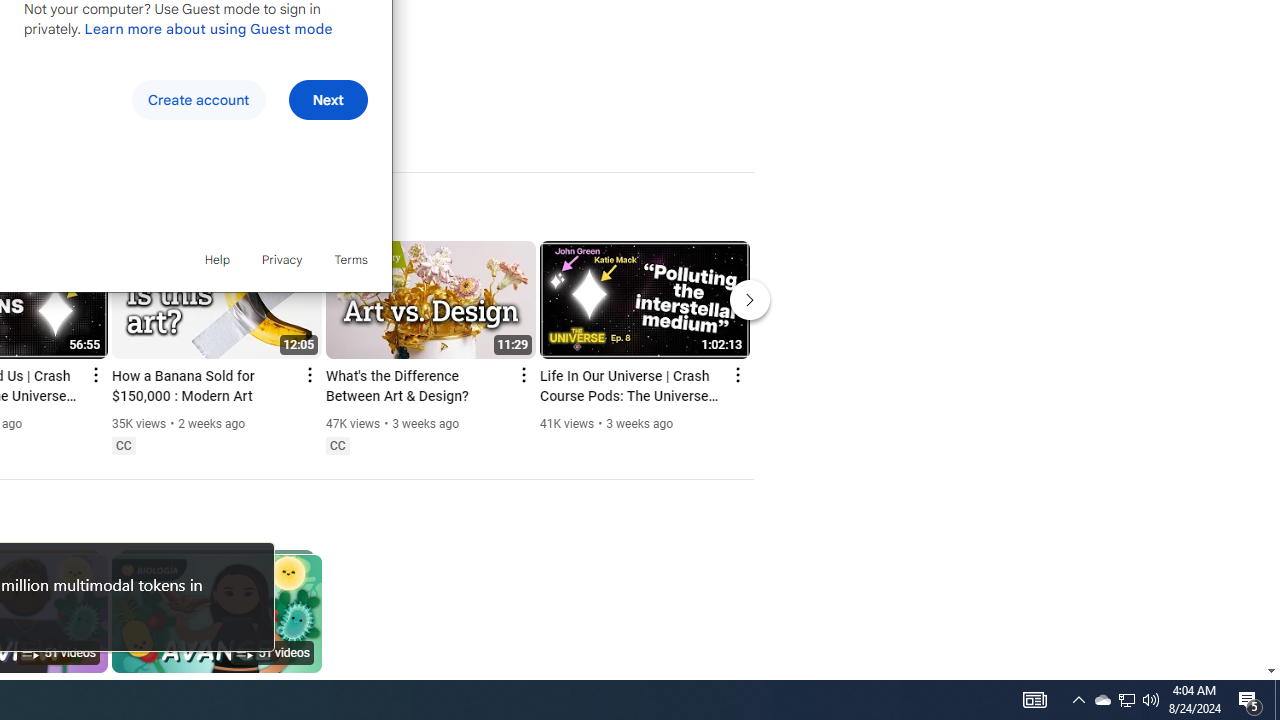 This screenshot has width=1280, height=720. Describe the element at coordinates (216, 258) in the screenshot. I see `'Help'` at that location.